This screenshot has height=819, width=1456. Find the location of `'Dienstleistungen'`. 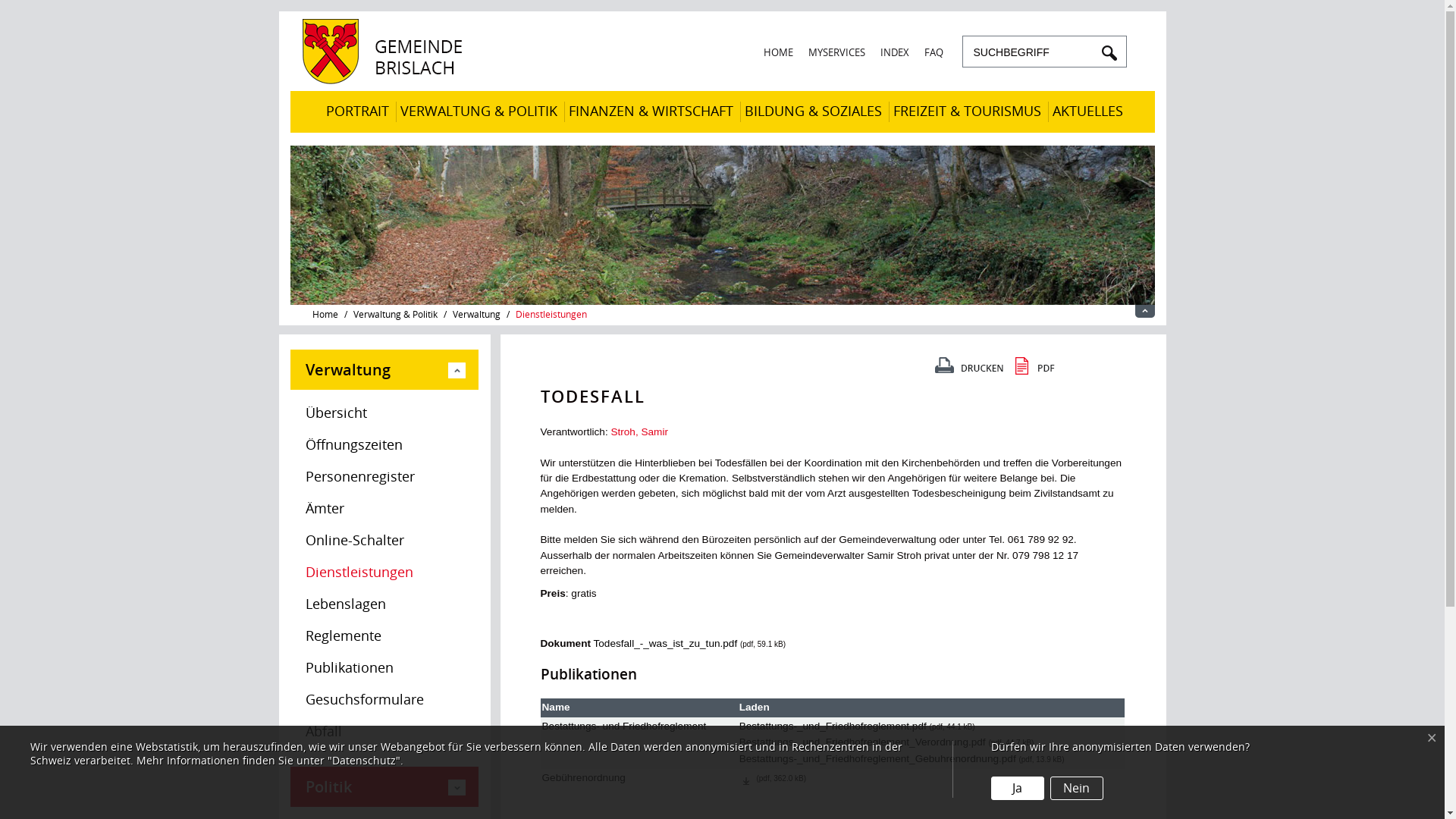

'Dienstleistungen' is located at coordinates (550, 314).